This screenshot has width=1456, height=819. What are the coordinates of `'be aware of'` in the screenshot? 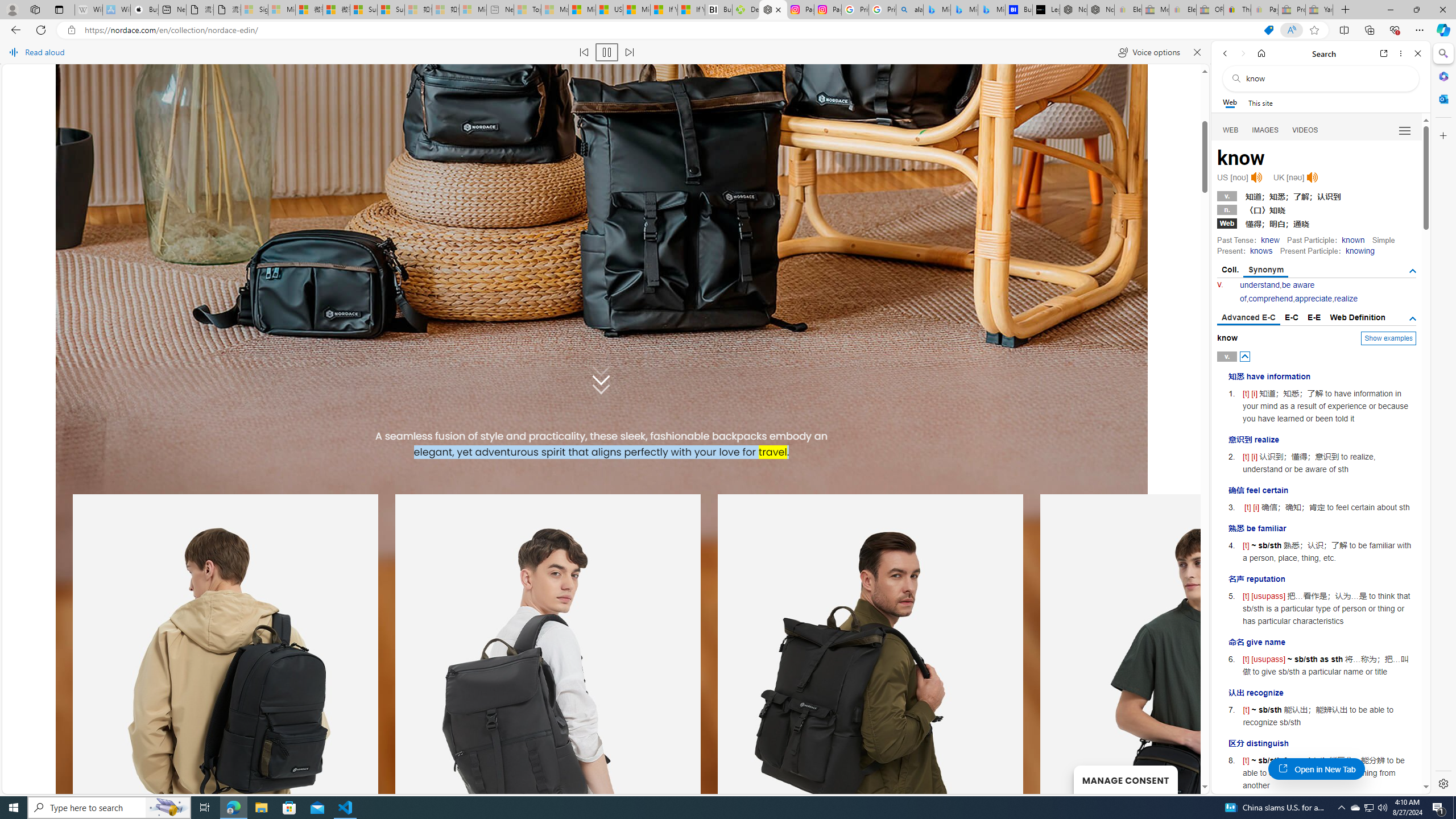 It's located at (1277, 292).